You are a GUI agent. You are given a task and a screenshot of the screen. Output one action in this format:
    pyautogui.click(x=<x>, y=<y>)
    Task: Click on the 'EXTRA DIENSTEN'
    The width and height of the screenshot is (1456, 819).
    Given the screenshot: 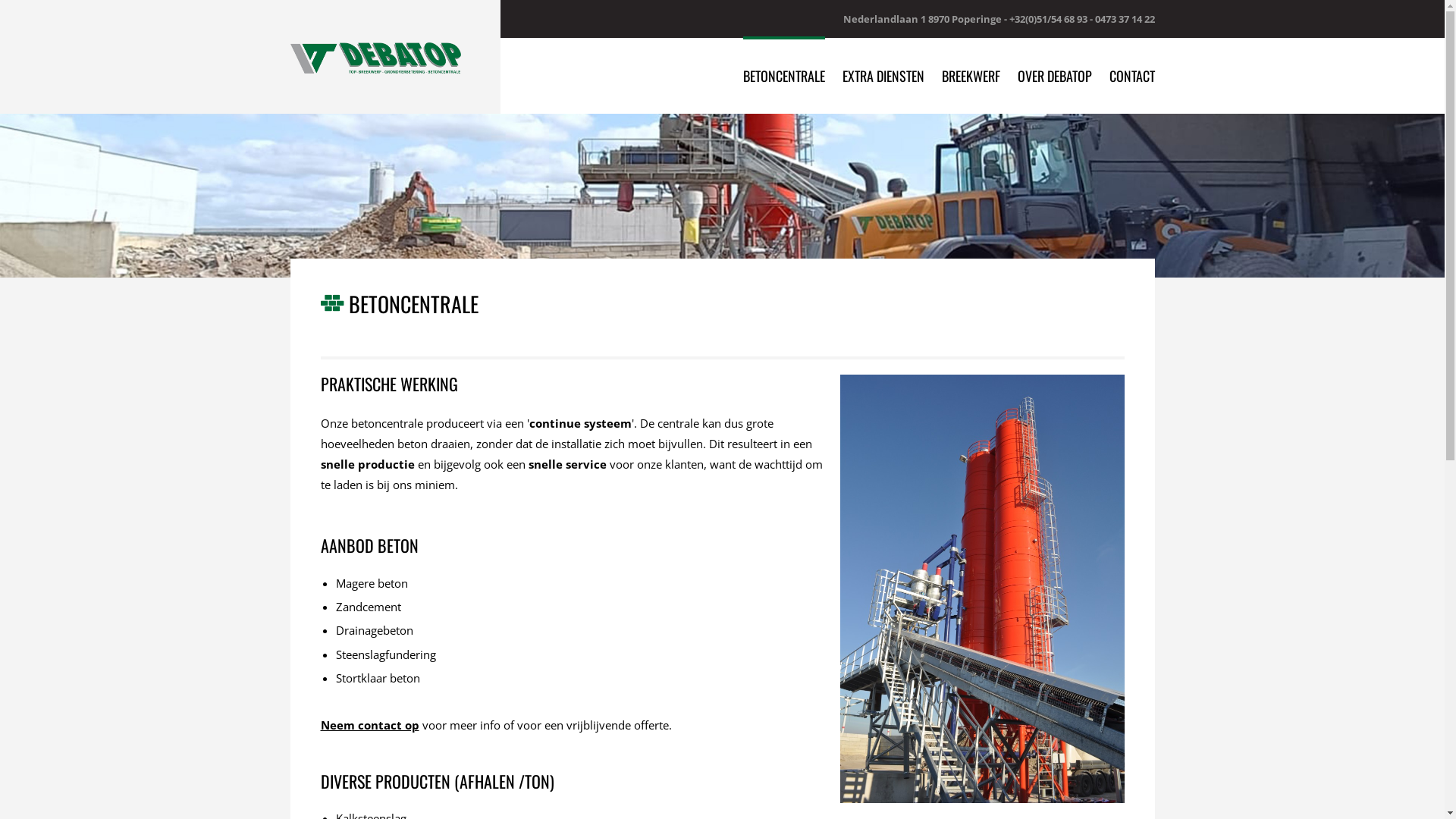 What is the action you would take?
    pyautogui.click(x=882, y=76)
    